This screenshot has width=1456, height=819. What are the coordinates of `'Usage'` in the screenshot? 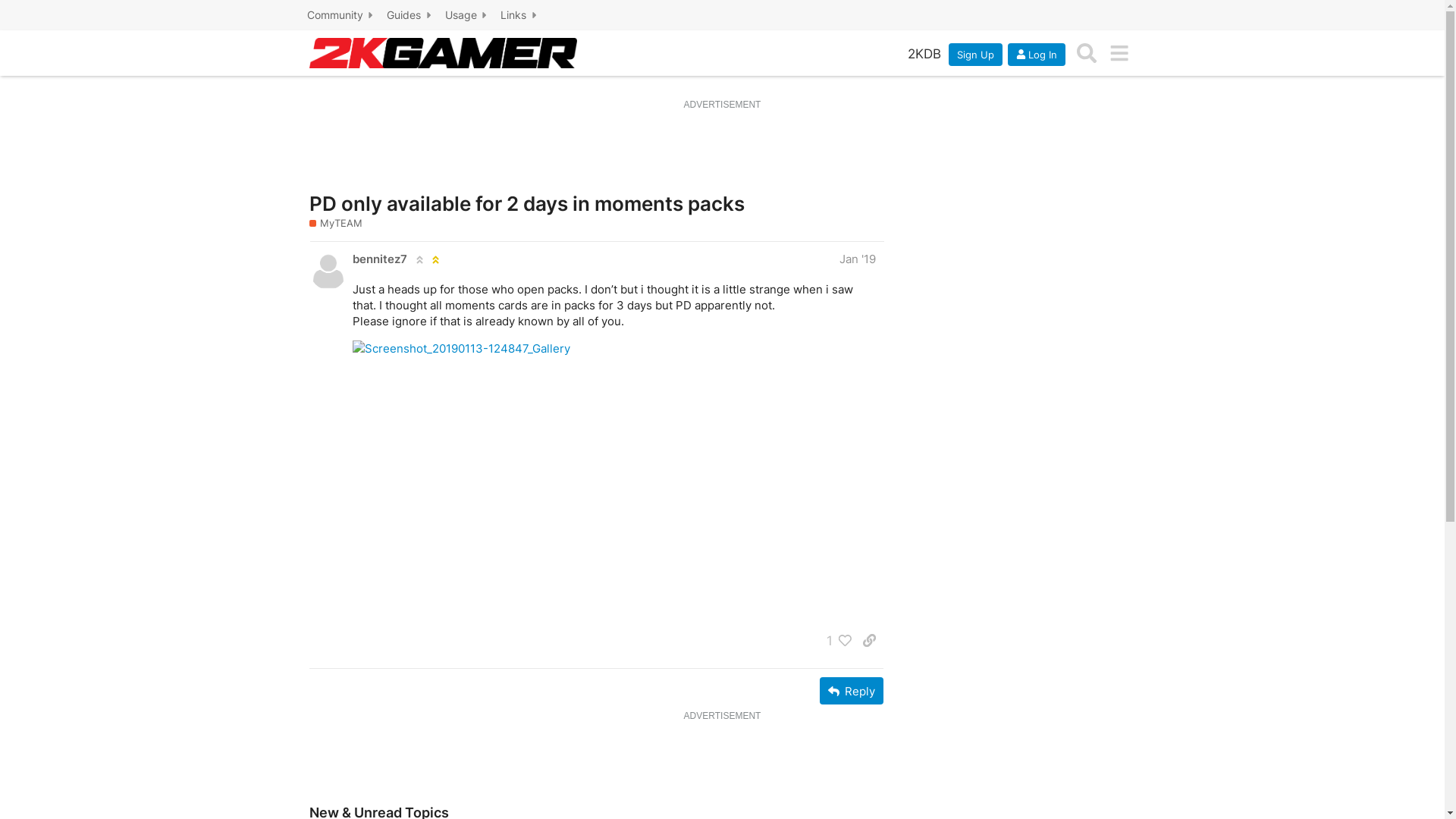 It's located at (467, 14).